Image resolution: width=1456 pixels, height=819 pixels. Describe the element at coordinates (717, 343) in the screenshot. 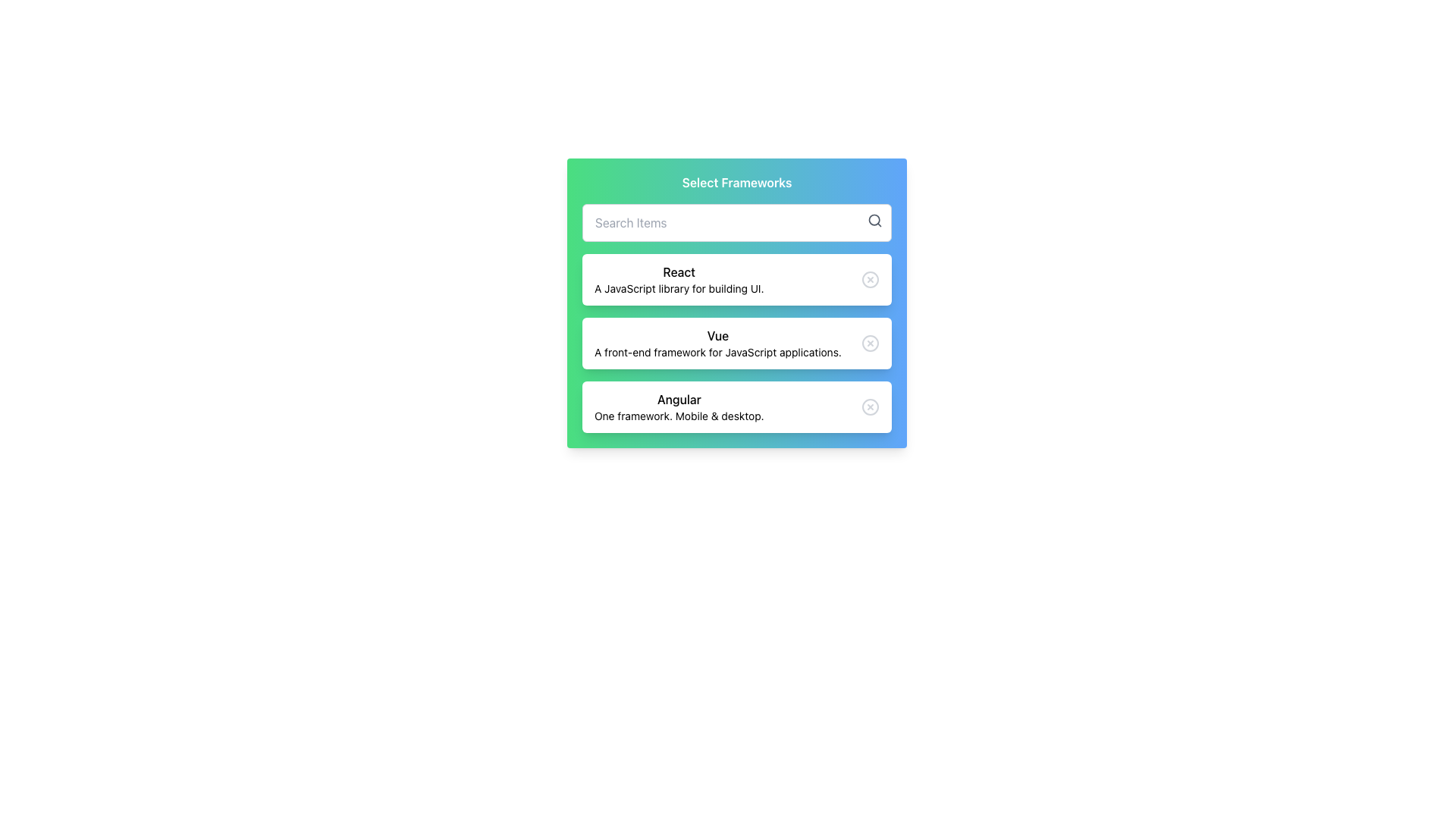

I see `the second item` at that location.